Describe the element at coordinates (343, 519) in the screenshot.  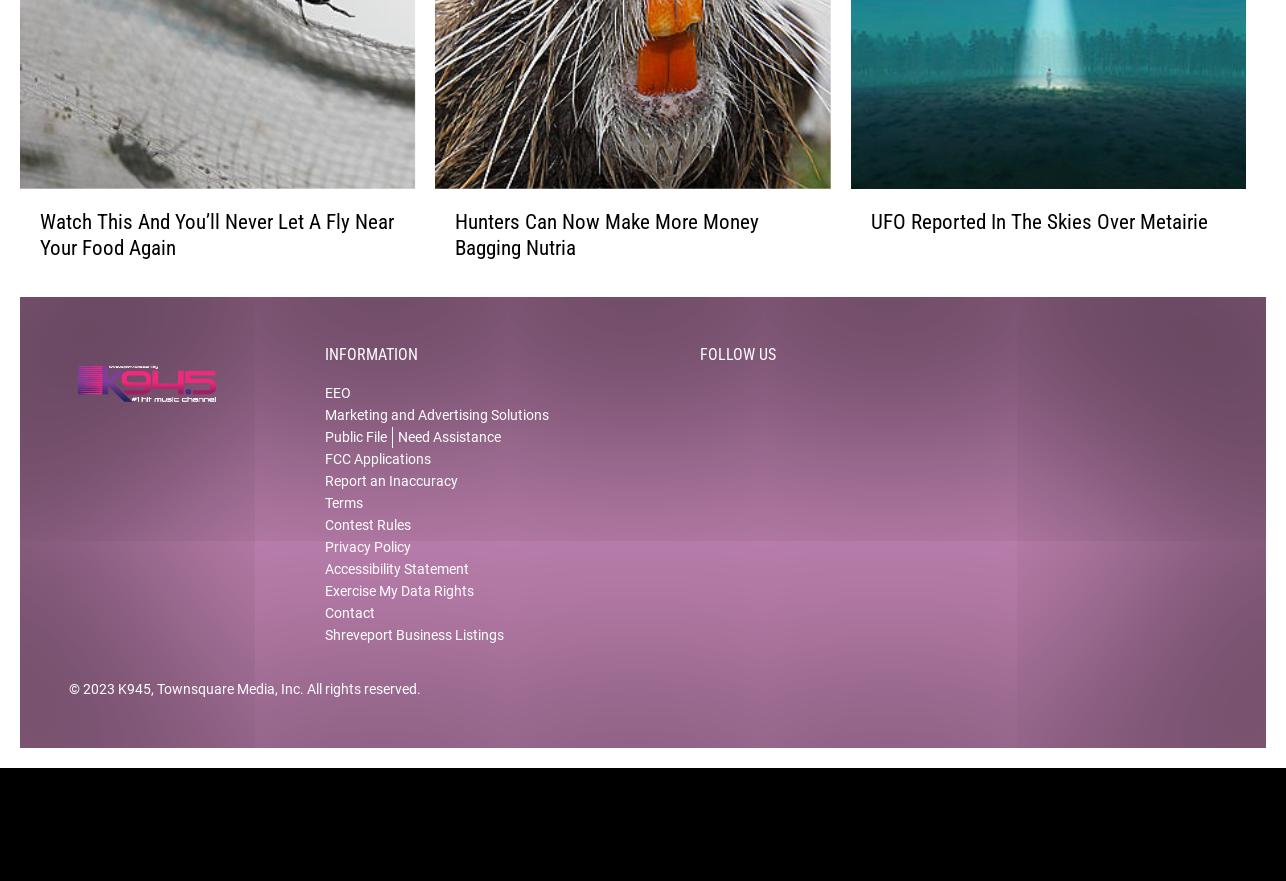
I see `'Terms'` at that location.